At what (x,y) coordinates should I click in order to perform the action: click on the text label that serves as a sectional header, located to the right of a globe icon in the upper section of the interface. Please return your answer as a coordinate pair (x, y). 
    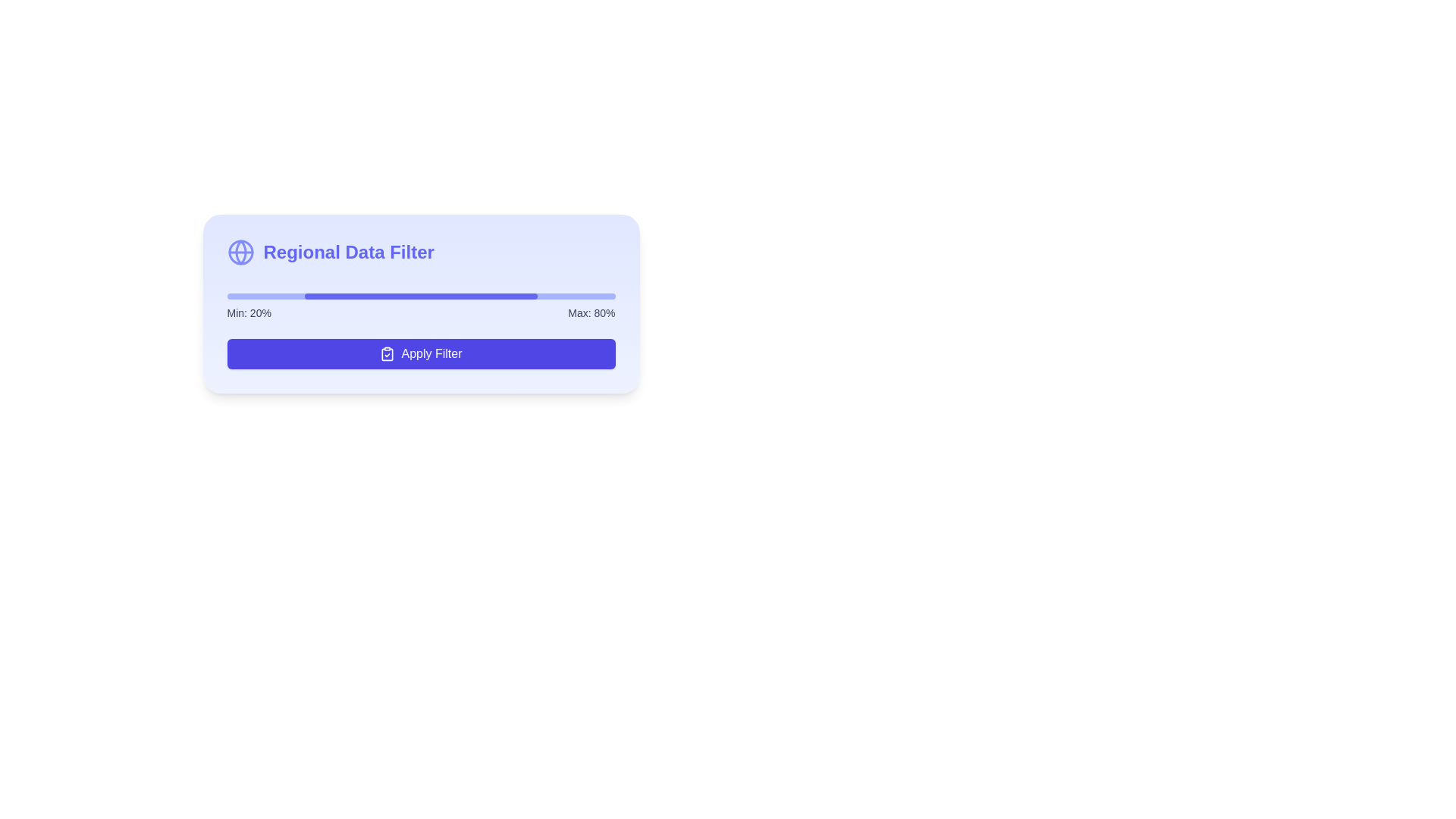
    Looking at the image, I should click on (348, 251).